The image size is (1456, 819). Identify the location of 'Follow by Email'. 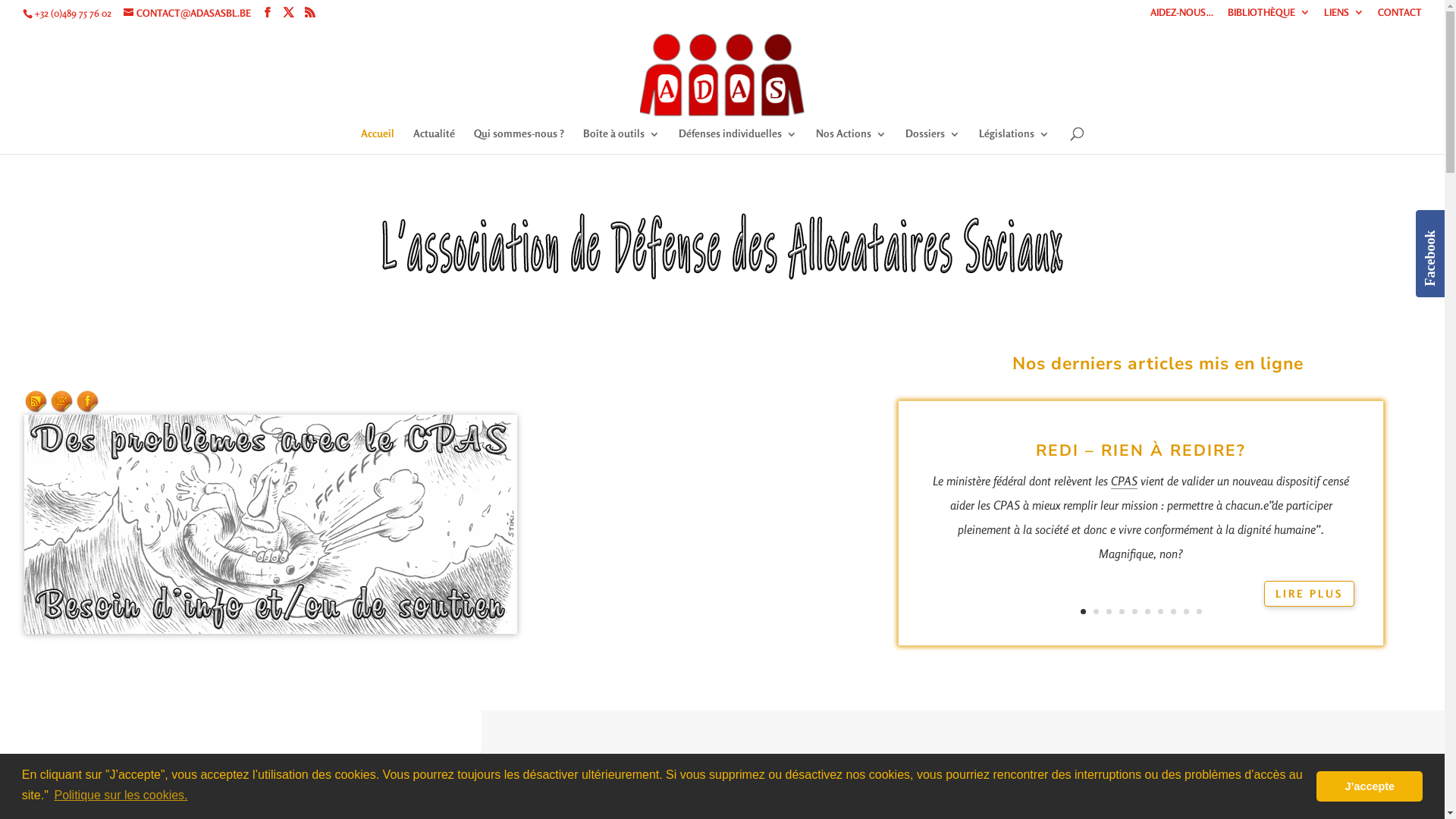
(51, 400).